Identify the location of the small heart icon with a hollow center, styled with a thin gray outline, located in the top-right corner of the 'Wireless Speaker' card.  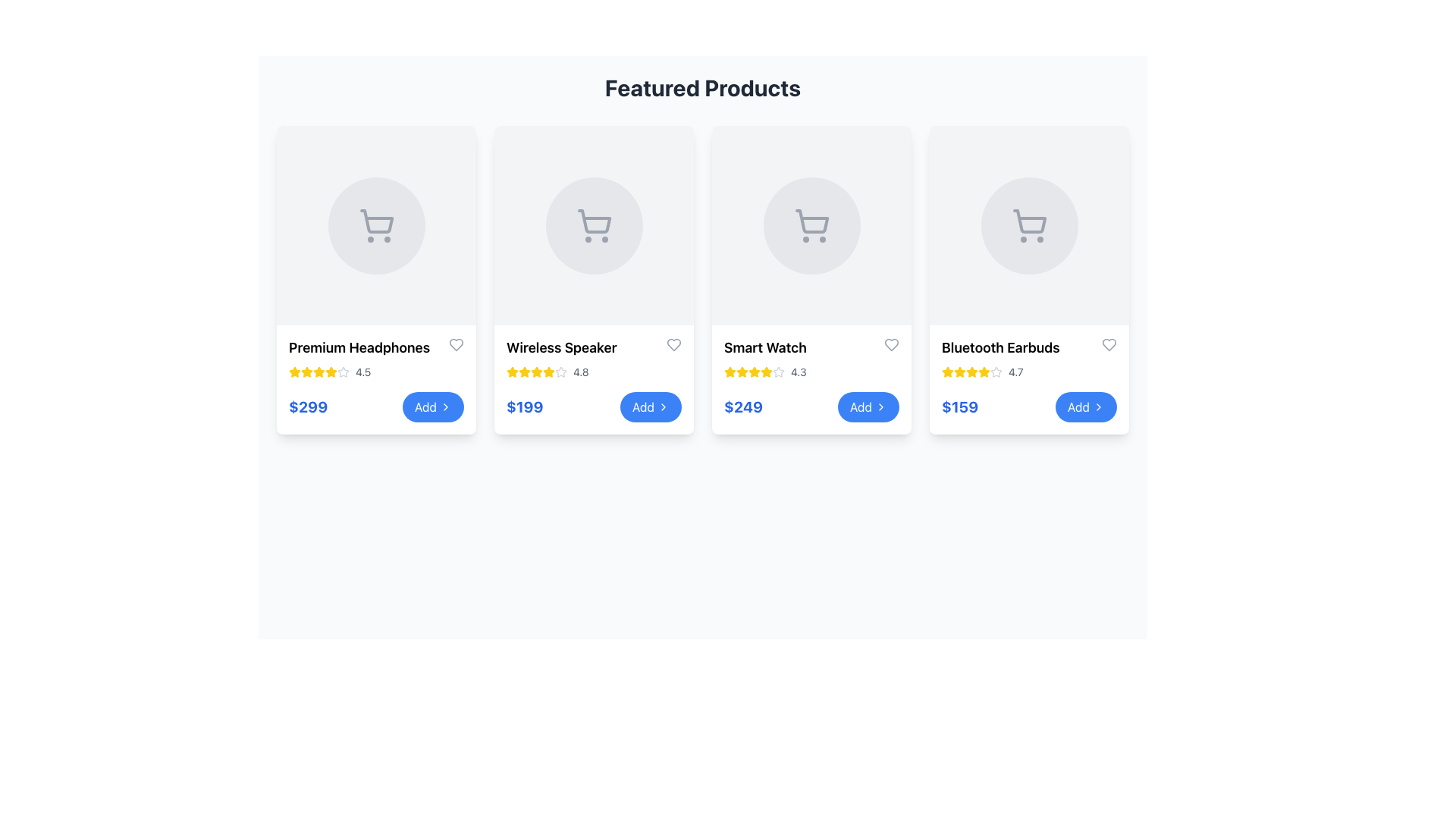
(673, 345).